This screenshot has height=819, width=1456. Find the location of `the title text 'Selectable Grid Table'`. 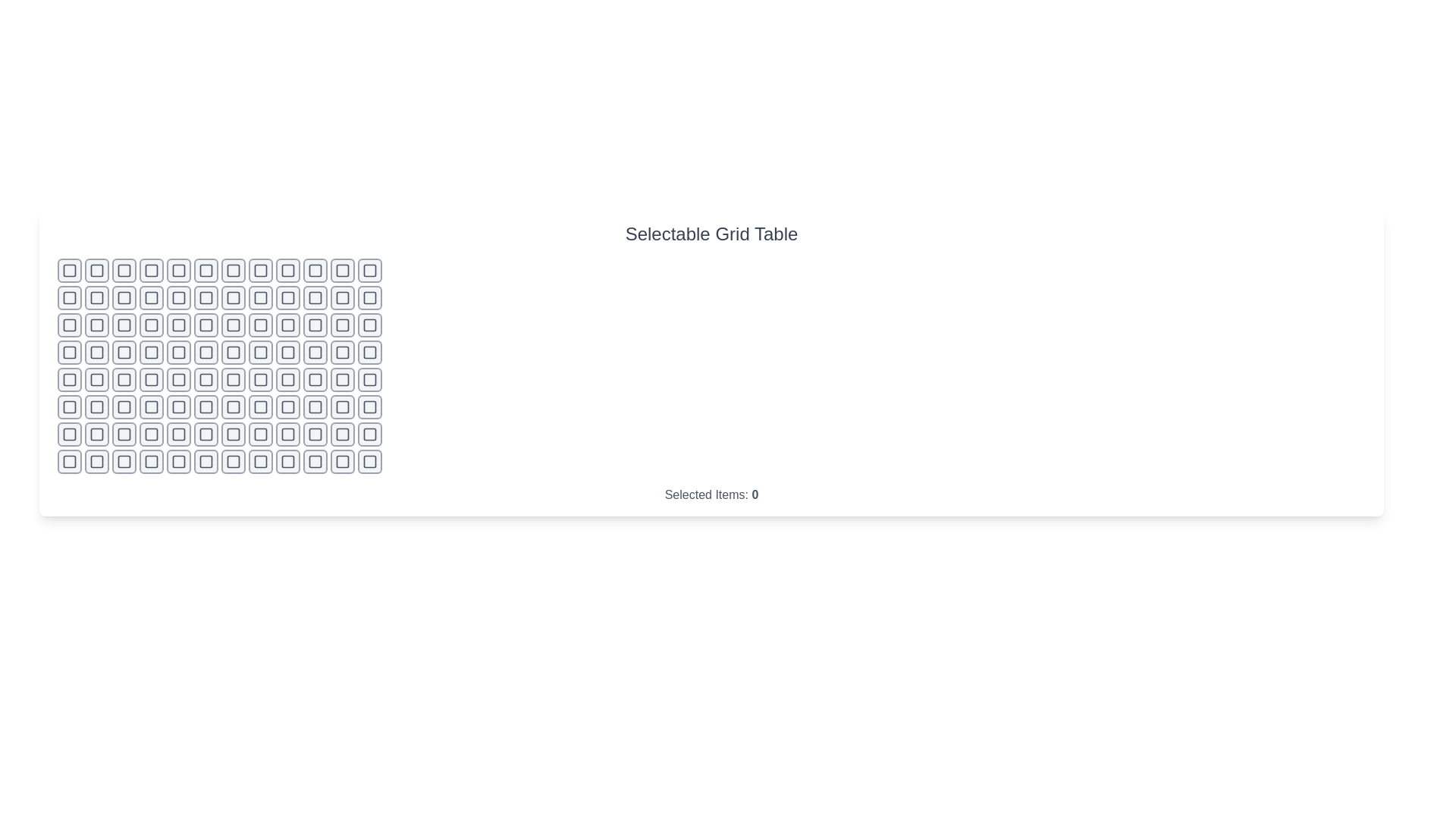

the title text 'Selectable Grid Table' is located at coordinates (711, 234).